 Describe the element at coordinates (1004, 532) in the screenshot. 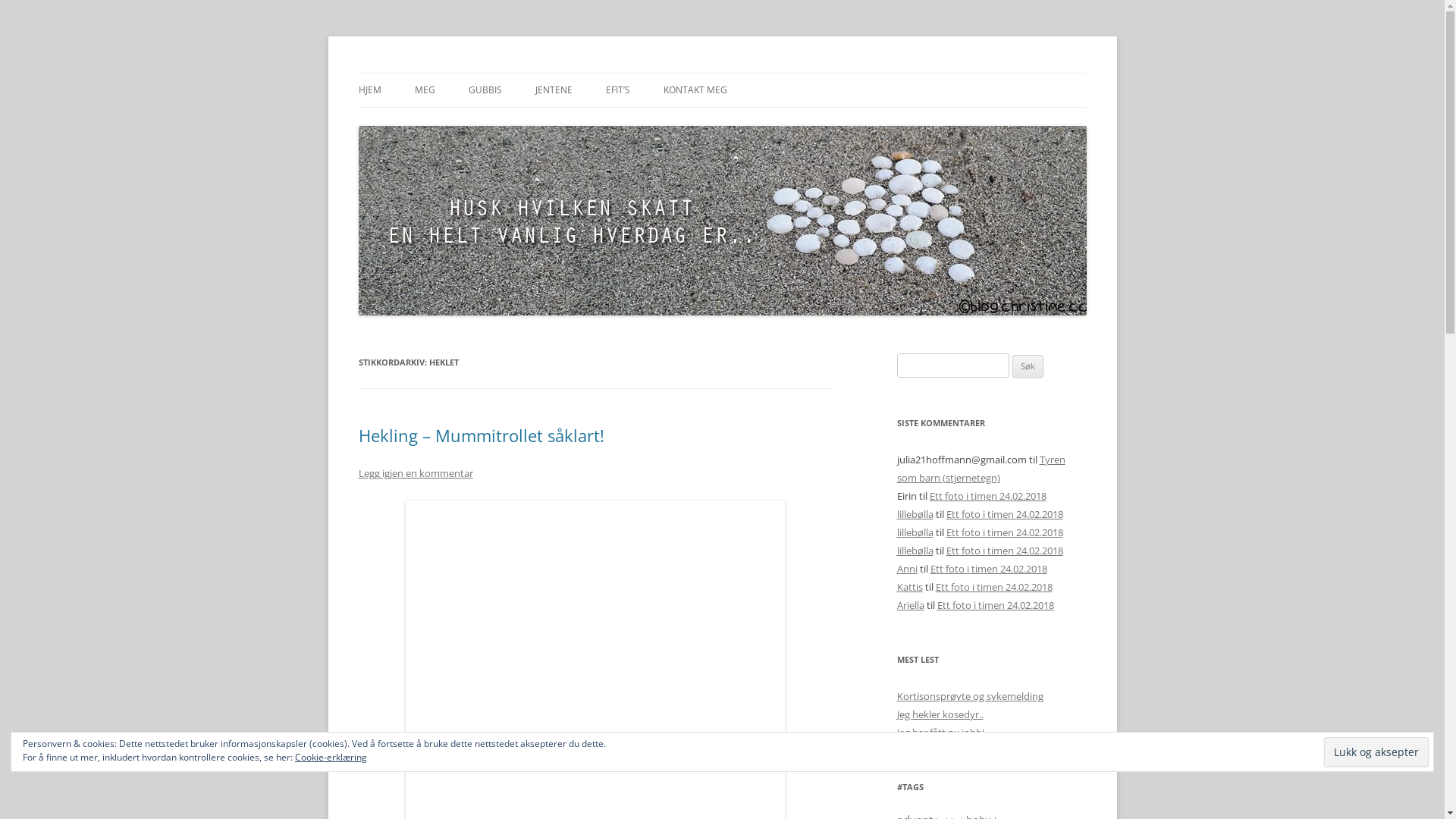

I see `'Ett foto i timen 24.02.2018'` at that location.